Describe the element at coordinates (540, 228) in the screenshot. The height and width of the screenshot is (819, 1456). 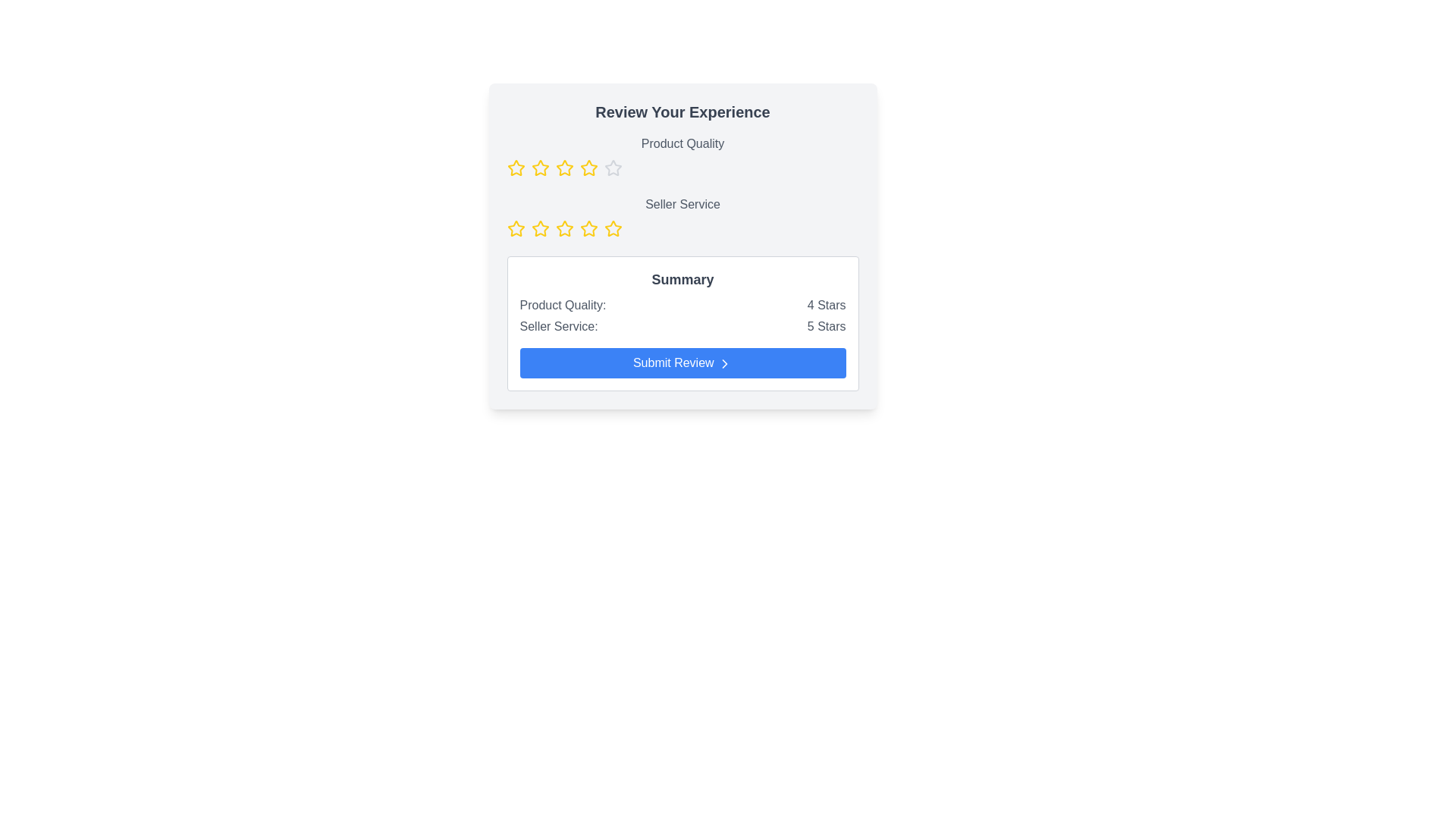
I see `the second star icon` at that location.